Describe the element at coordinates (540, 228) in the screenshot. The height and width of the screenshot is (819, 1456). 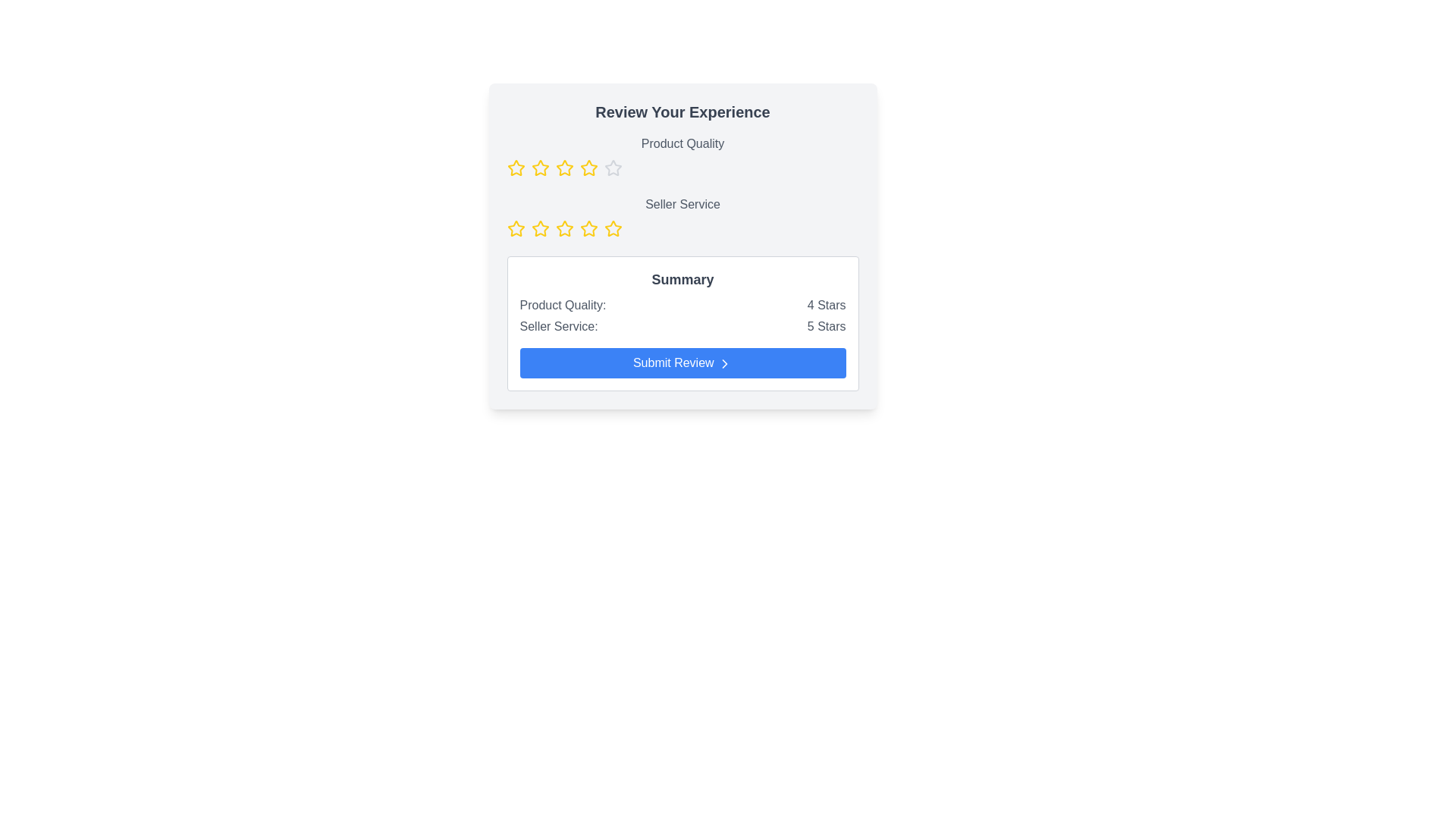
I see `the second star icon` at that location.